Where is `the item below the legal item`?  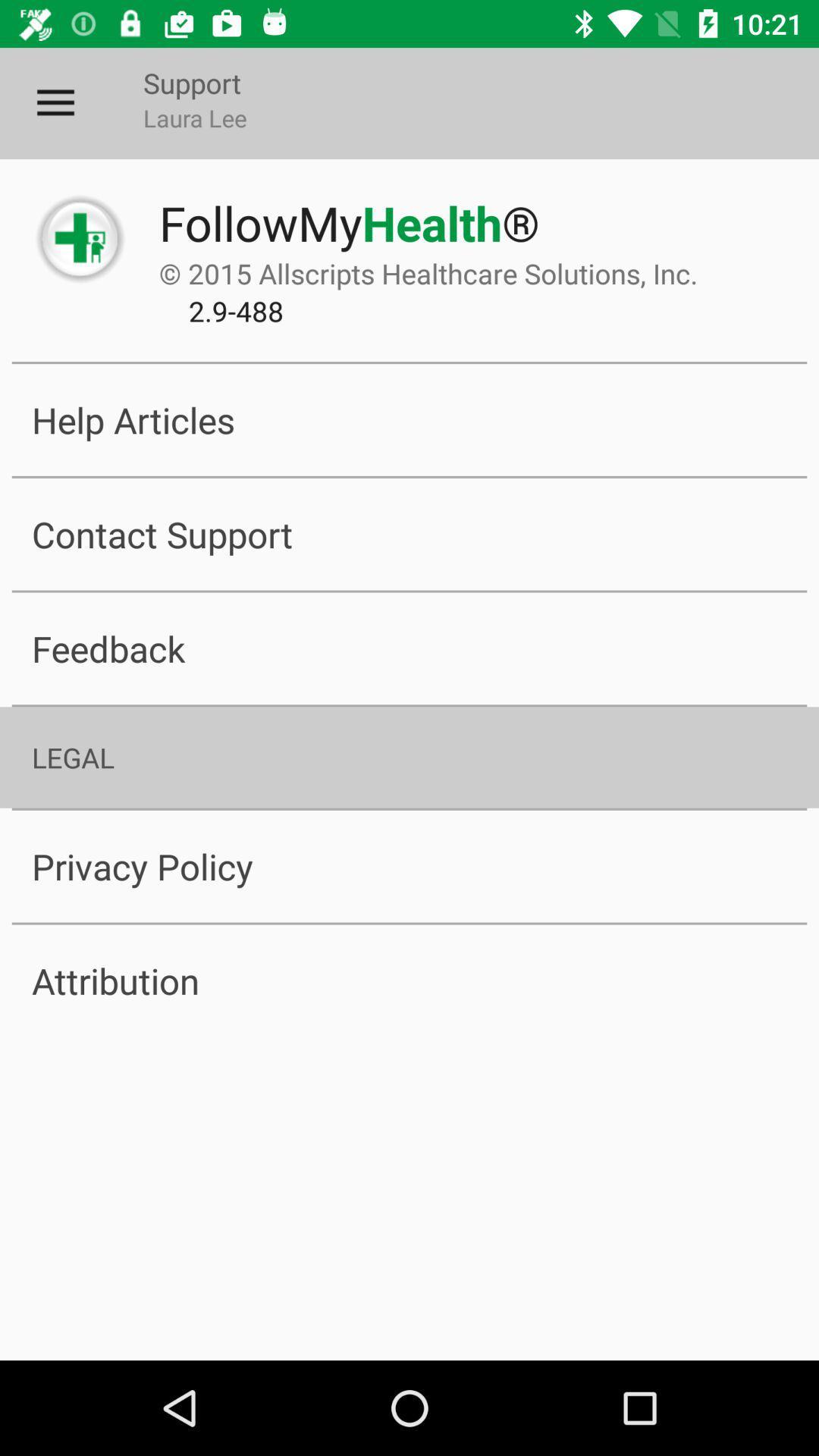 the item below the legal item is located at coordinates (409, 866).